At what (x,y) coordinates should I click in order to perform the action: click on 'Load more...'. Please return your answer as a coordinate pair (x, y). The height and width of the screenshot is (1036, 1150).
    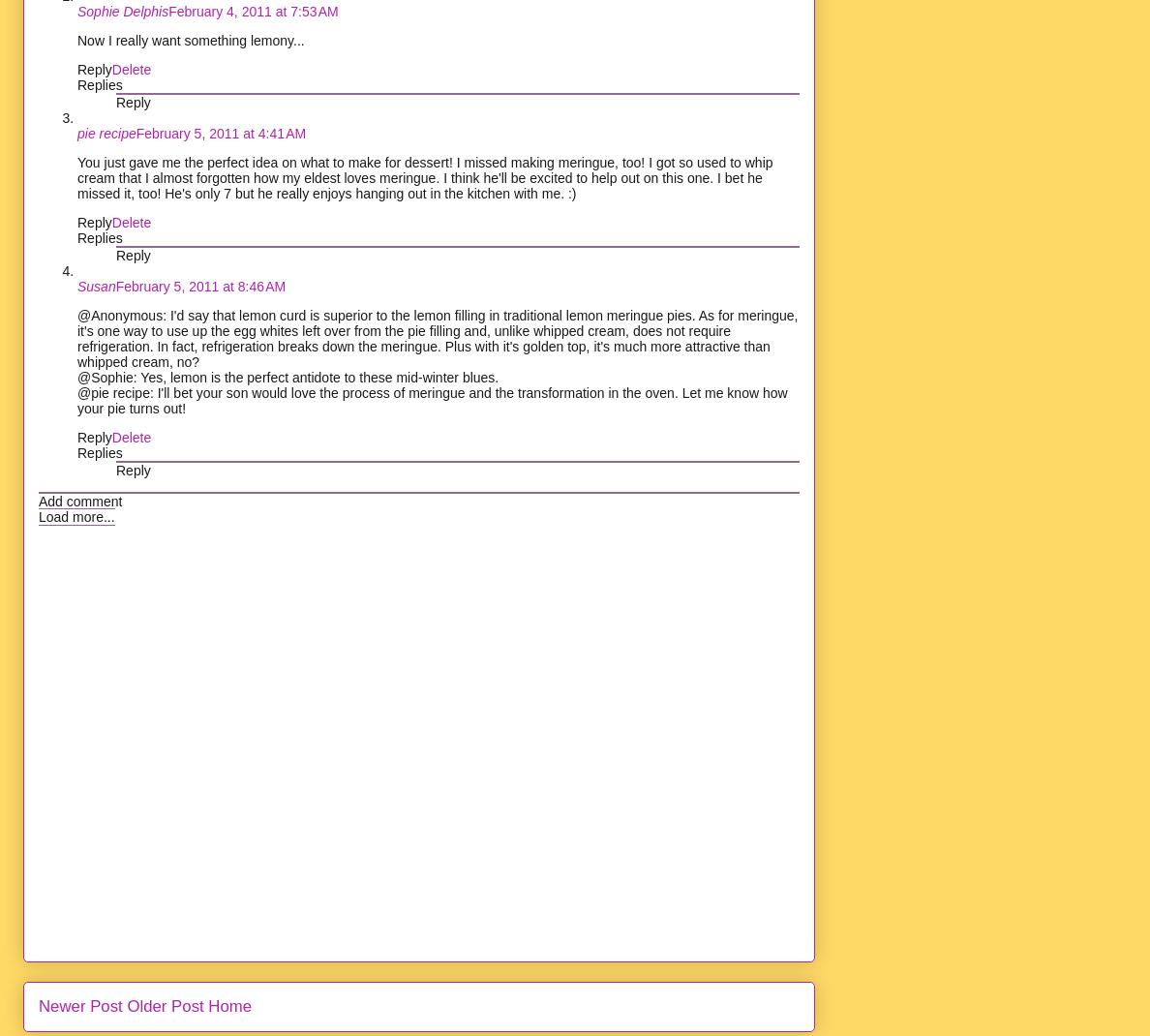
    Looking at the image, I should click on (76, 515).